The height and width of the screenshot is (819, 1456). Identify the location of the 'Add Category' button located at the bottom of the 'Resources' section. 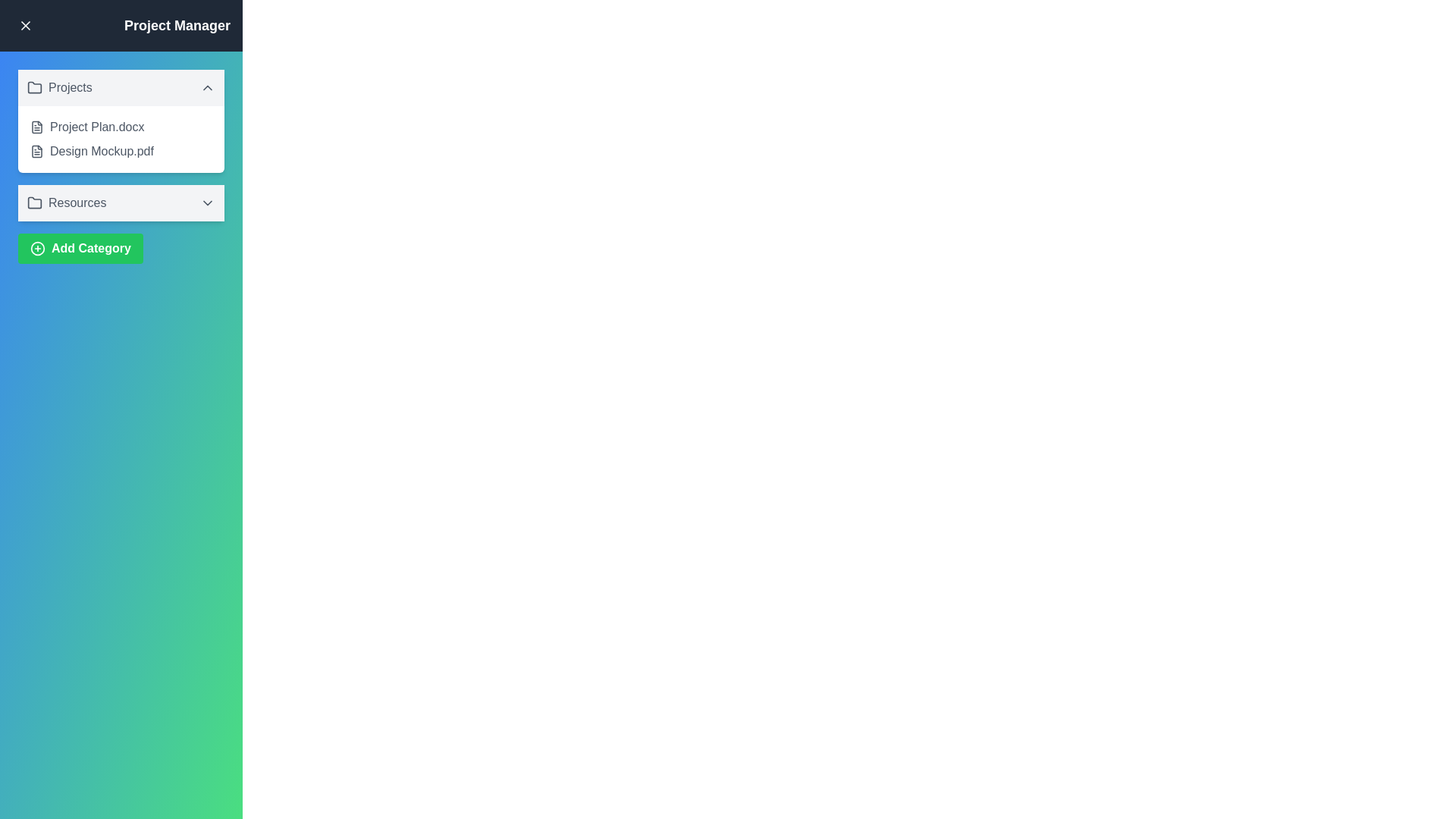
(80, 247).